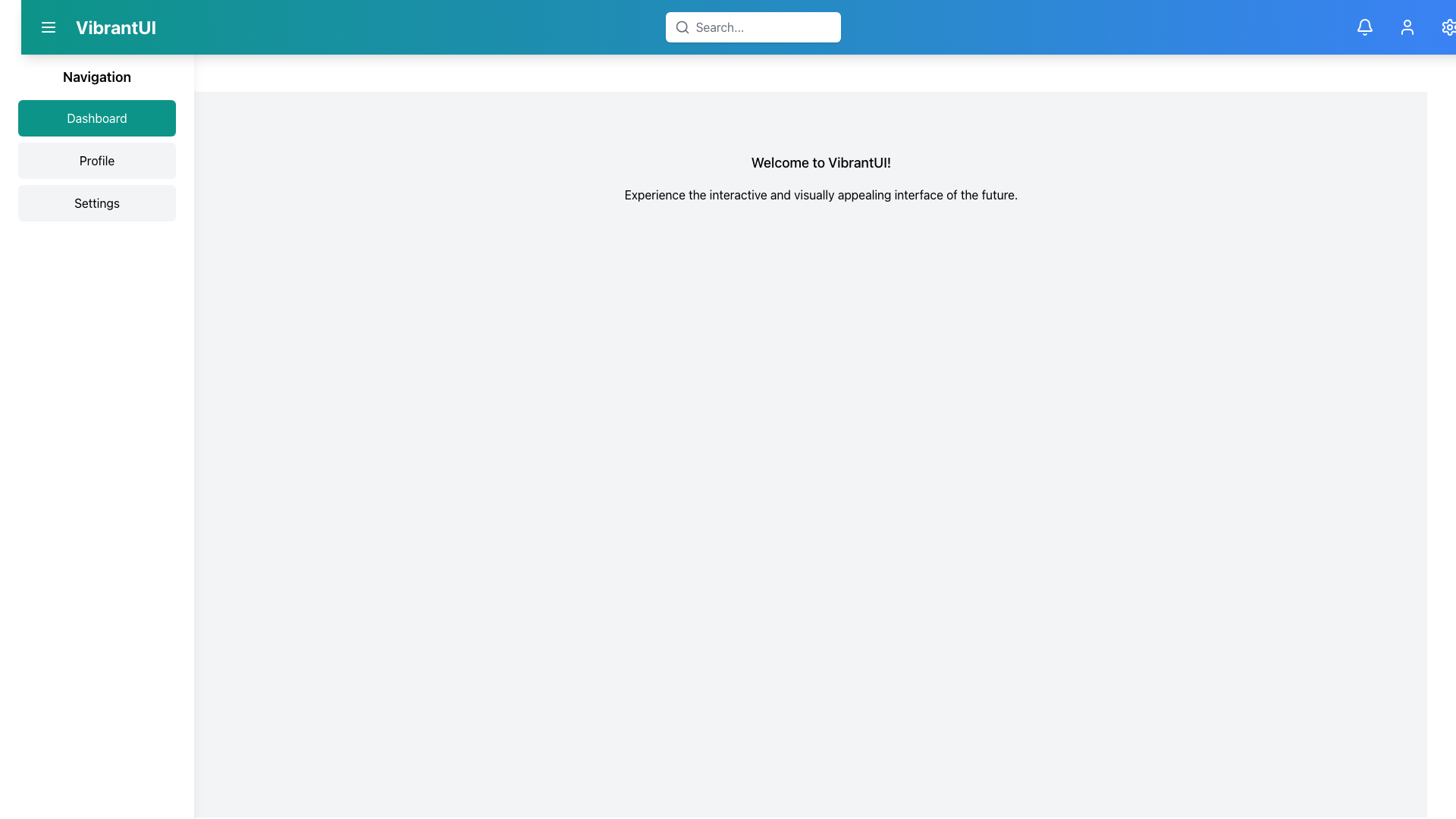 This screenshot has height=819, width=1456. I want to click on the 'Profile' navigation button located in the left-hand sidebar, which is the second button in a vertical stack of three buttons, to change its background color, so click(96, 161).